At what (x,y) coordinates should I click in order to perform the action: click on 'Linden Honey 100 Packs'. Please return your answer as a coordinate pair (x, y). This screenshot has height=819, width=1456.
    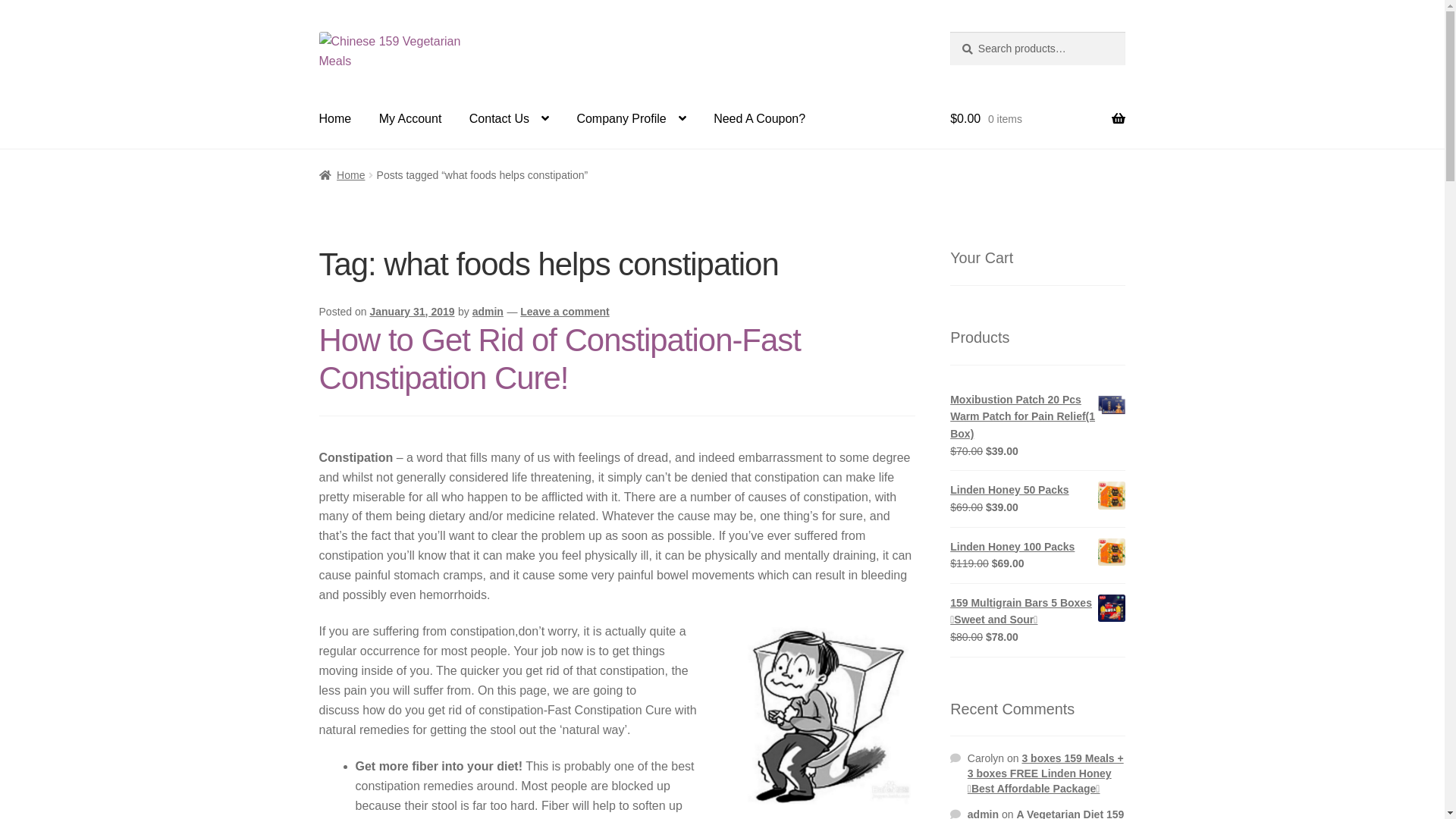
    Looking at the image, I should click on (1037, 547).